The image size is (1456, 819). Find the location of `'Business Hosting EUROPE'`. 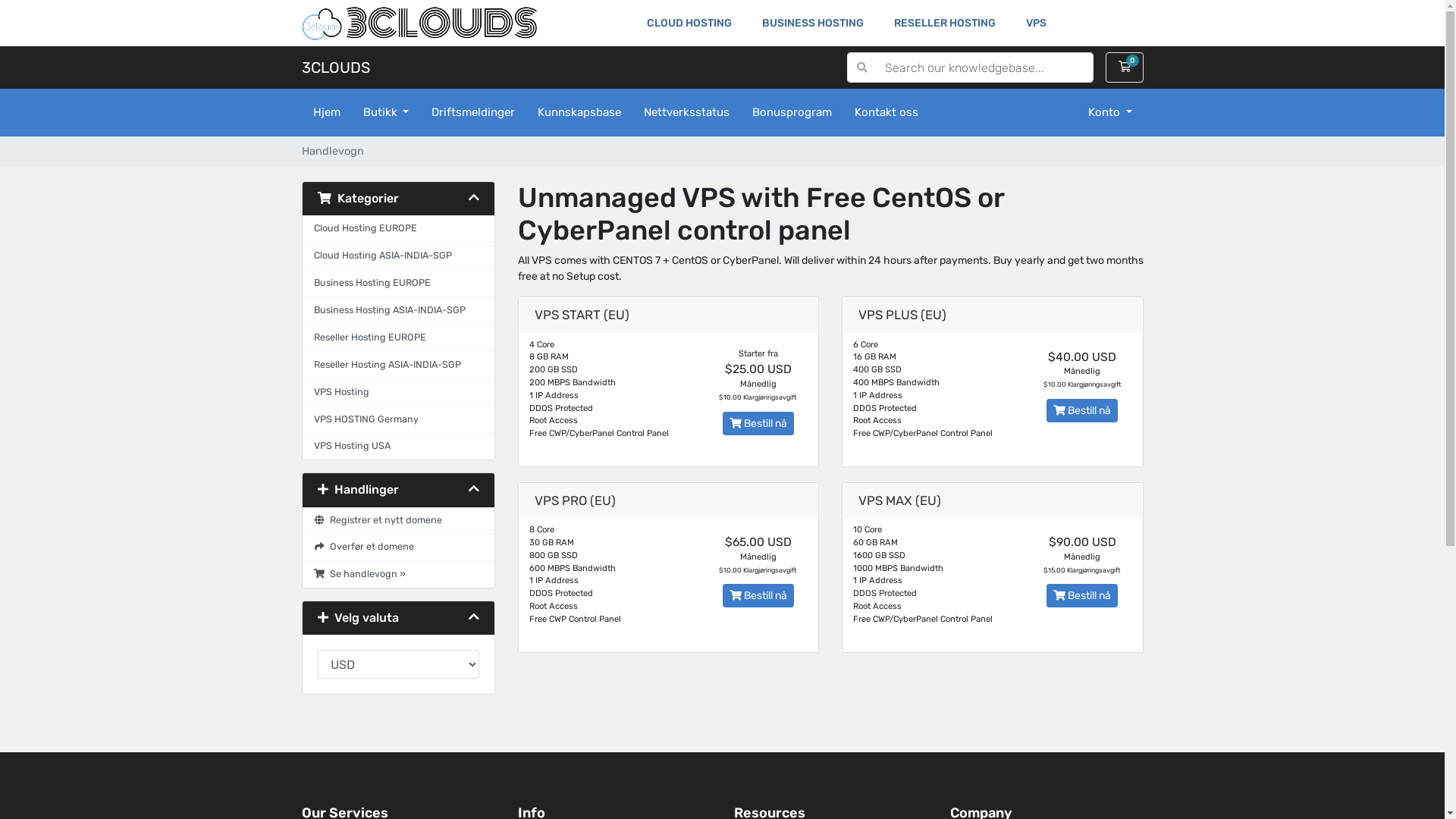

'Business Hosting EUROPE' is located at coordinates (302, 284).